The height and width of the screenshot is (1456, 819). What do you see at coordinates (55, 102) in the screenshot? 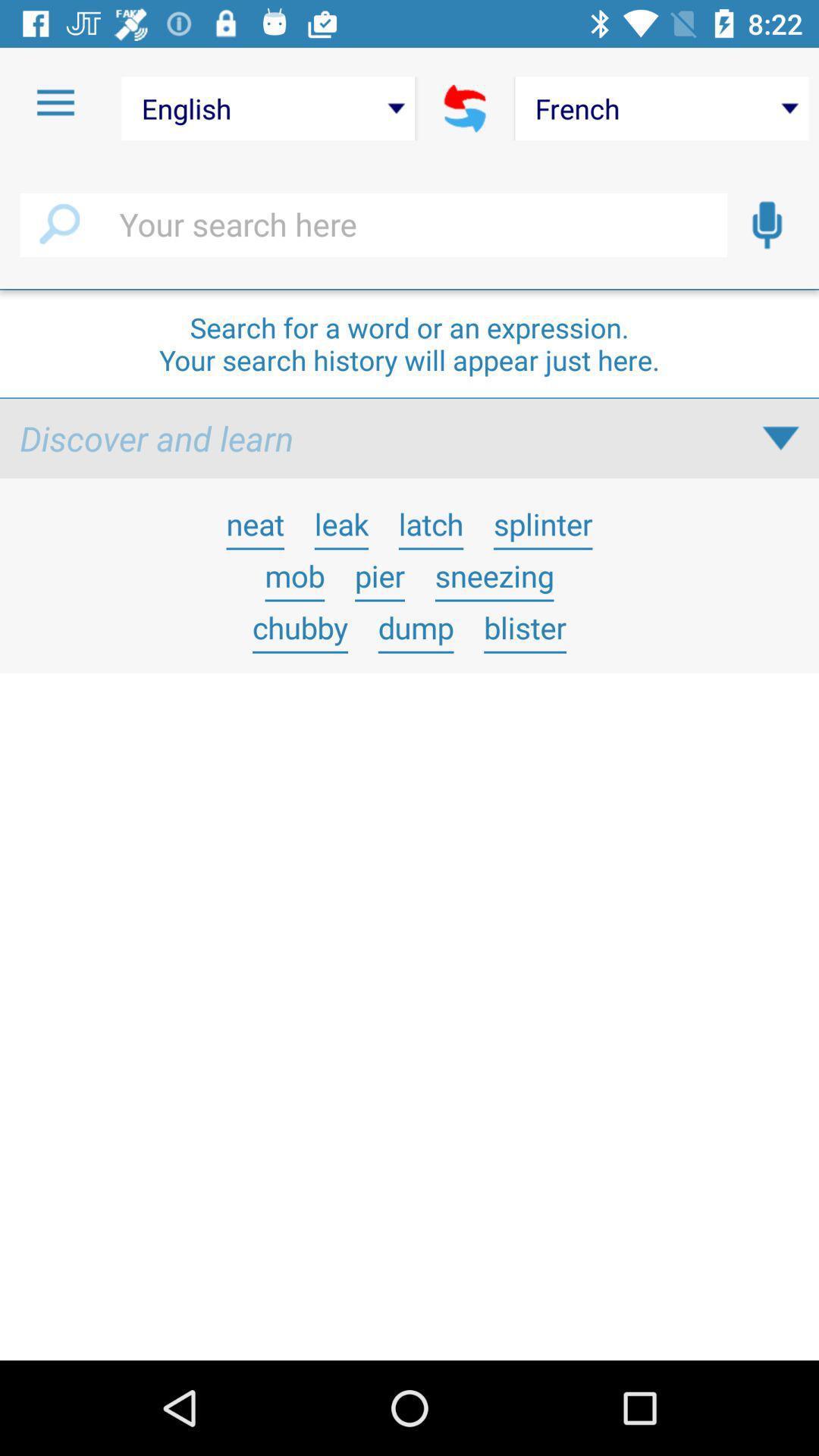
I see `the item to the left of the english item` at bounding box center [55, 102].